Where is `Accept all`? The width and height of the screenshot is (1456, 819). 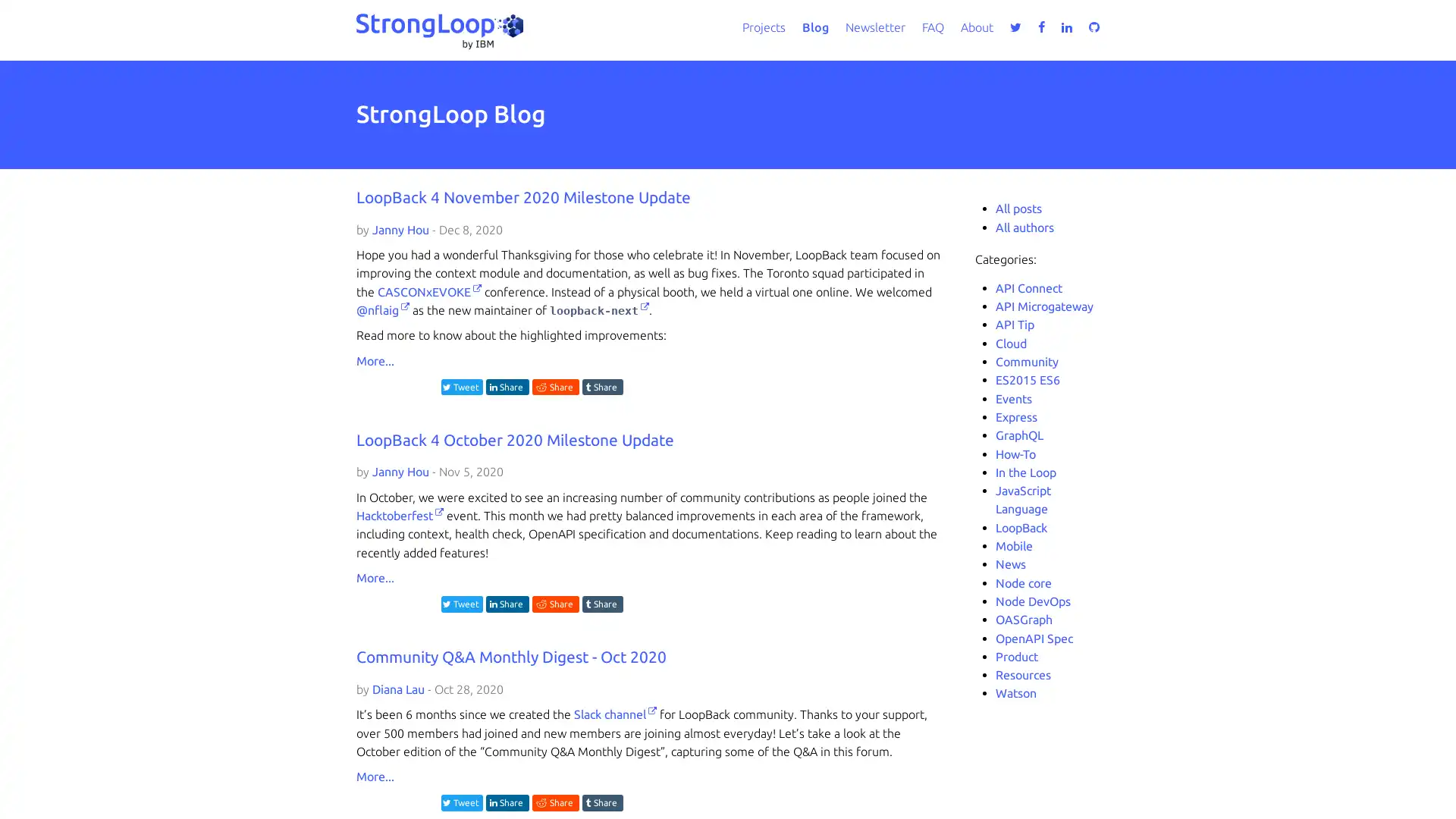
Accept all is located at coordinates (1333, 714).